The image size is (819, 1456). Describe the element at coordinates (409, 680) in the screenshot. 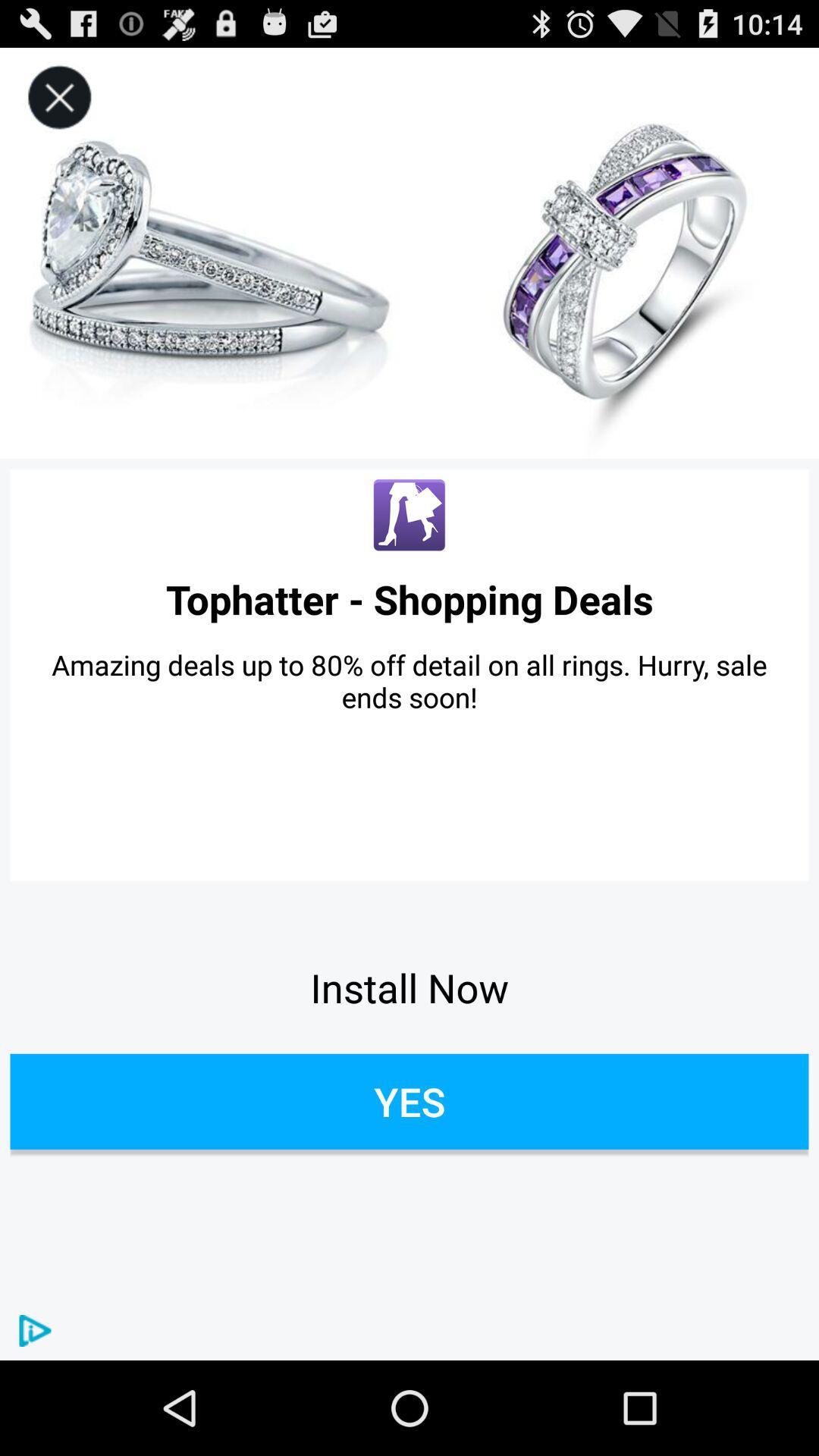

I see `icon above the install now app` at that location.